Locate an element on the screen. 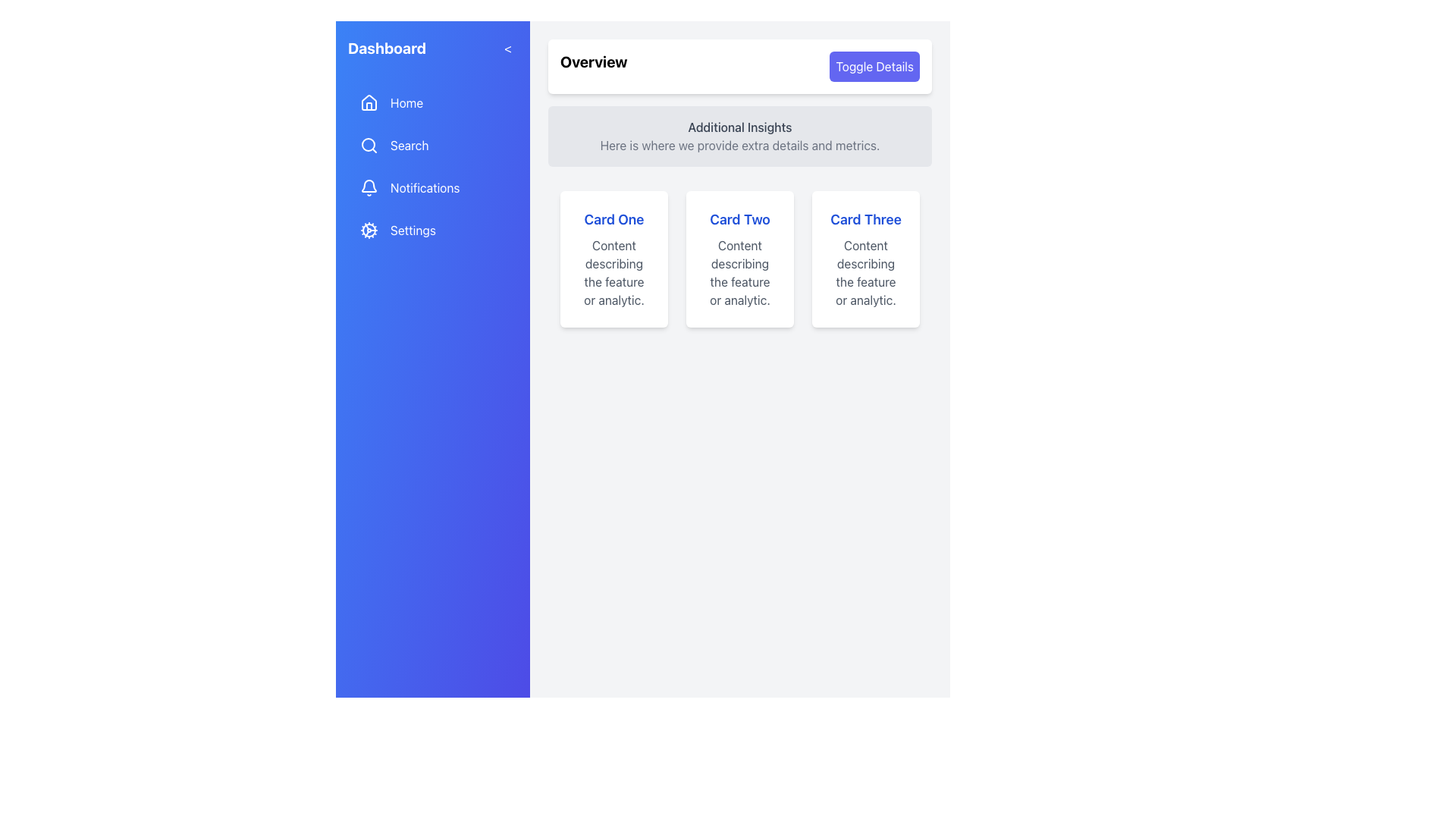 This screenshot has width=1456, height=819. text displayed on the 'Home' label, which is the first text element in the navigation sidebar next to a house-shaped icon is located at coordinates (406, 102).